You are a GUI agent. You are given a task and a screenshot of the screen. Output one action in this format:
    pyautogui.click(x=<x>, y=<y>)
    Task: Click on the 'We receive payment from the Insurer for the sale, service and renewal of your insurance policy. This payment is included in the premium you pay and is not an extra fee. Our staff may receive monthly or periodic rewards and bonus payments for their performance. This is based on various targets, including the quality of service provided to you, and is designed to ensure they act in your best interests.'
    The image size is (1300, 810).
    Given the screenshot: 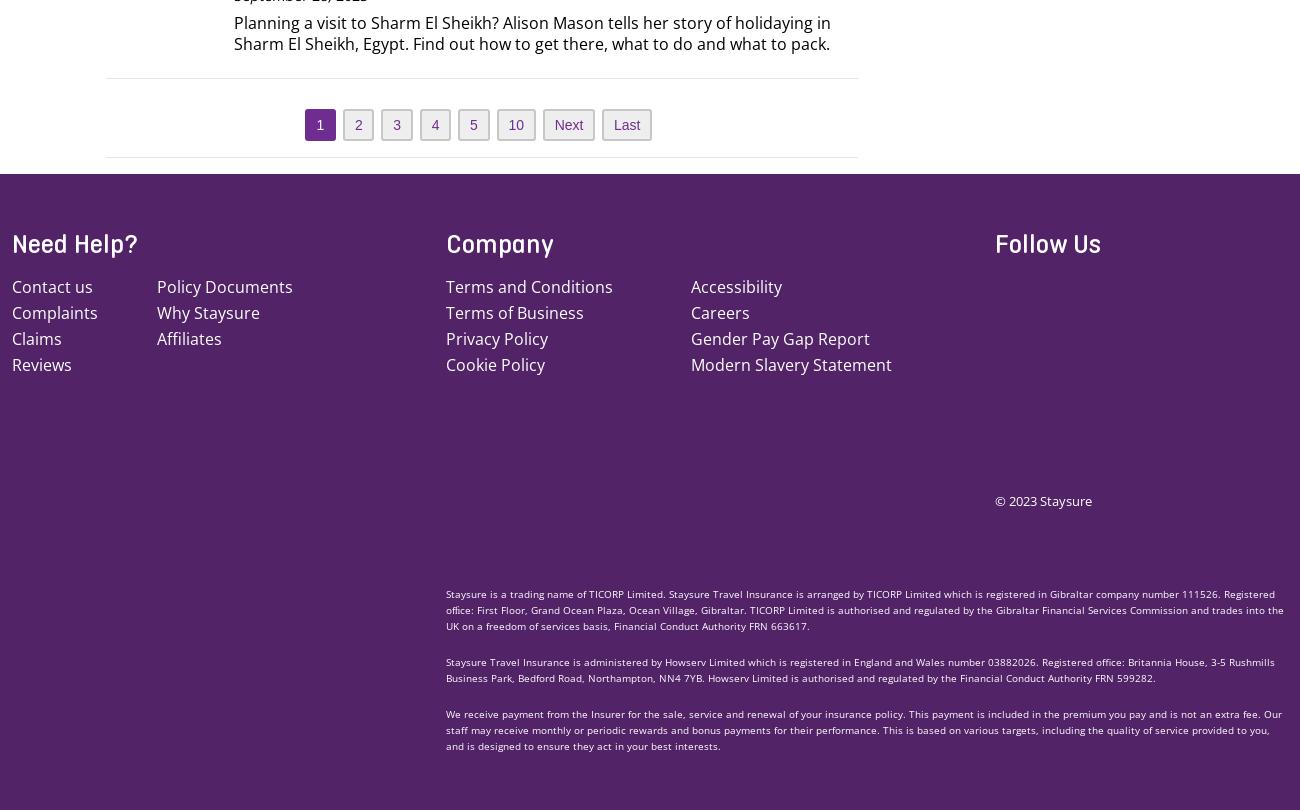 What is the action you would take?
    pyautogui.click(x=862, y=728)
    